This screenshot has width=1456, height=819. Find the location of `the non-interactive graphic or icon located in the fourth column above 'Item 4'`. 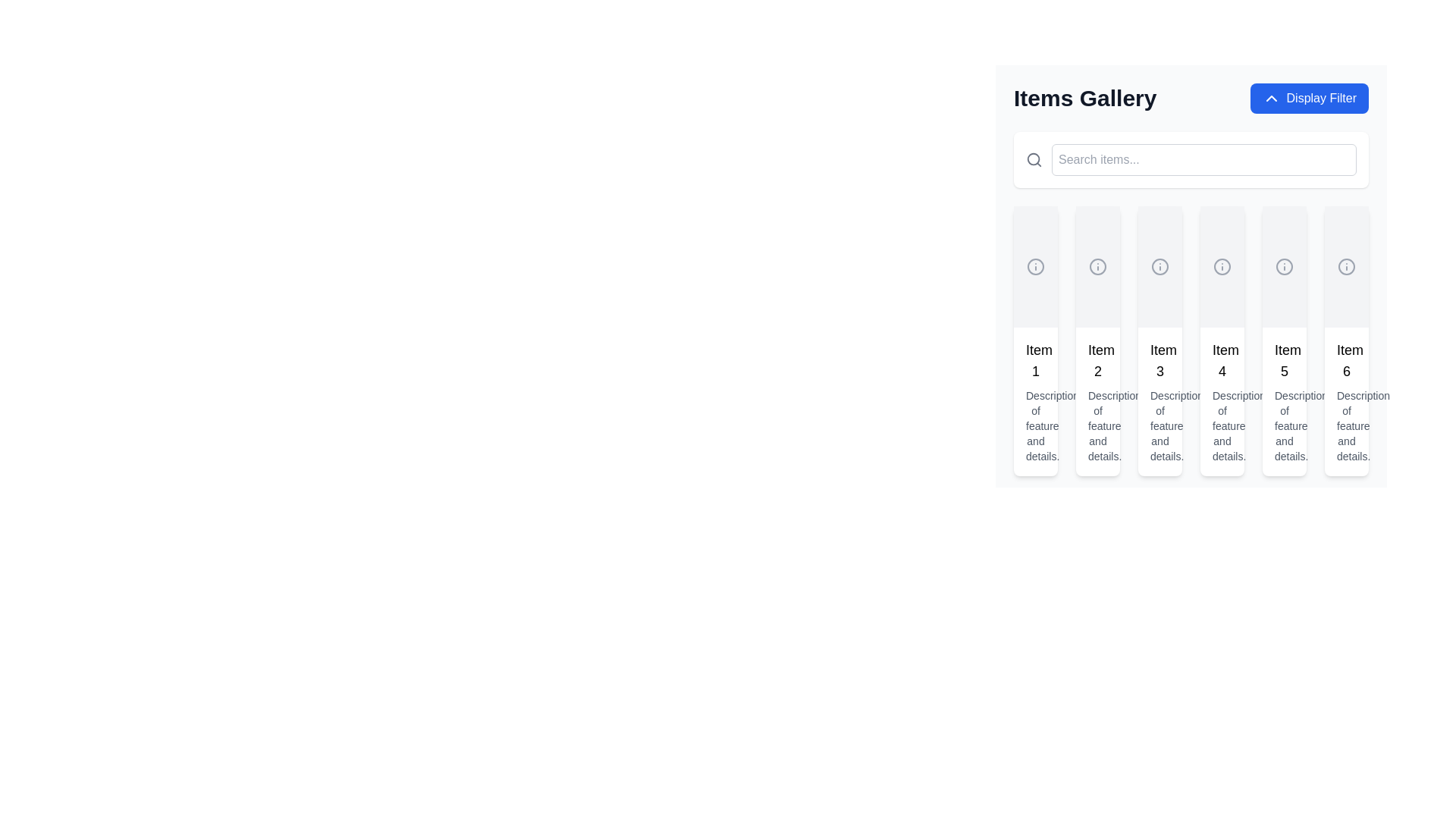

the non-interactive graphic or icon located in the fourth column above 'Item 4' is located at coordinates (1222, 265).